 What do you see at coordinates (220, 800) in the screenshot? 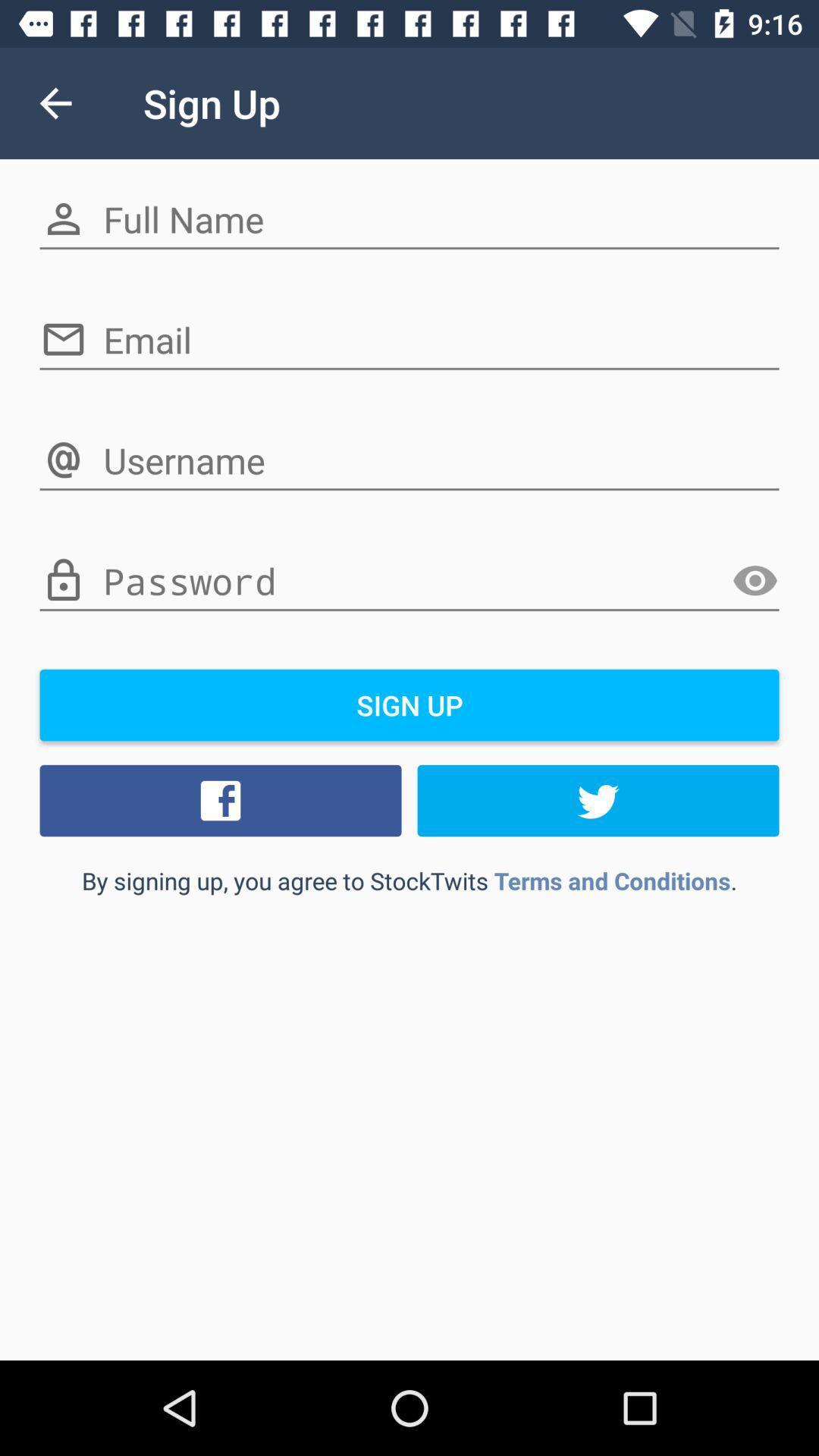
I see `the icon below the sign up item` at bounding box center [220, 800].